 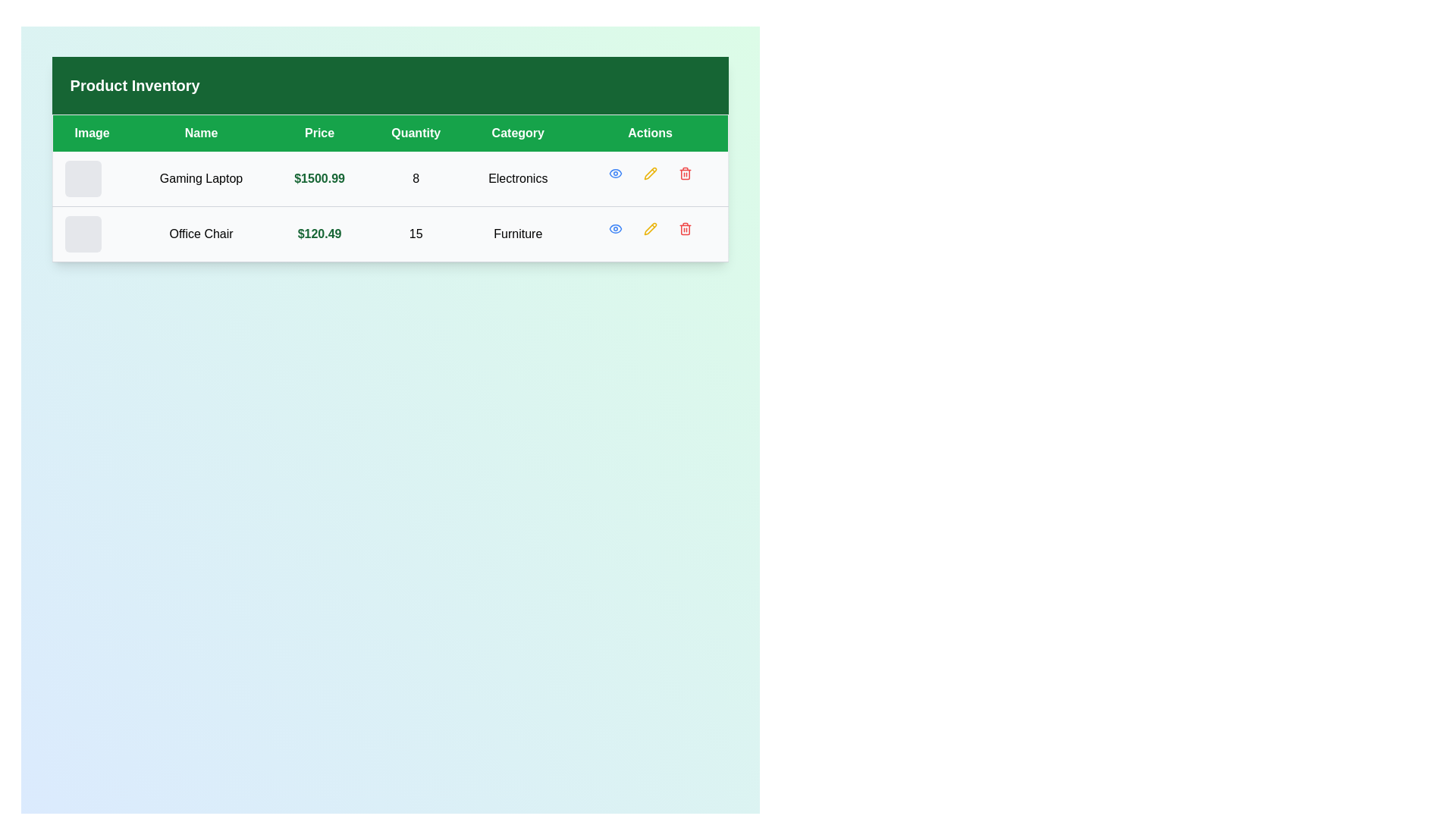 What do you see at coordinates (684, 174) in the screenshot?
I see `the delete button in the 'Actions' column of the 'Product Inventory' table that corresponds to the 'Gaming Laptop' row` at bounding box center [684, 174].